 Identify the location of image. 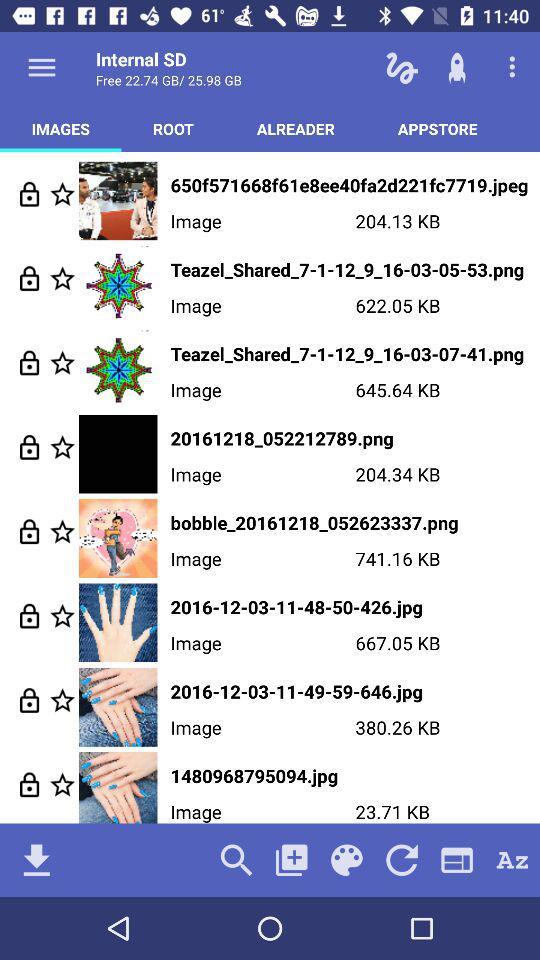
(62, 700).